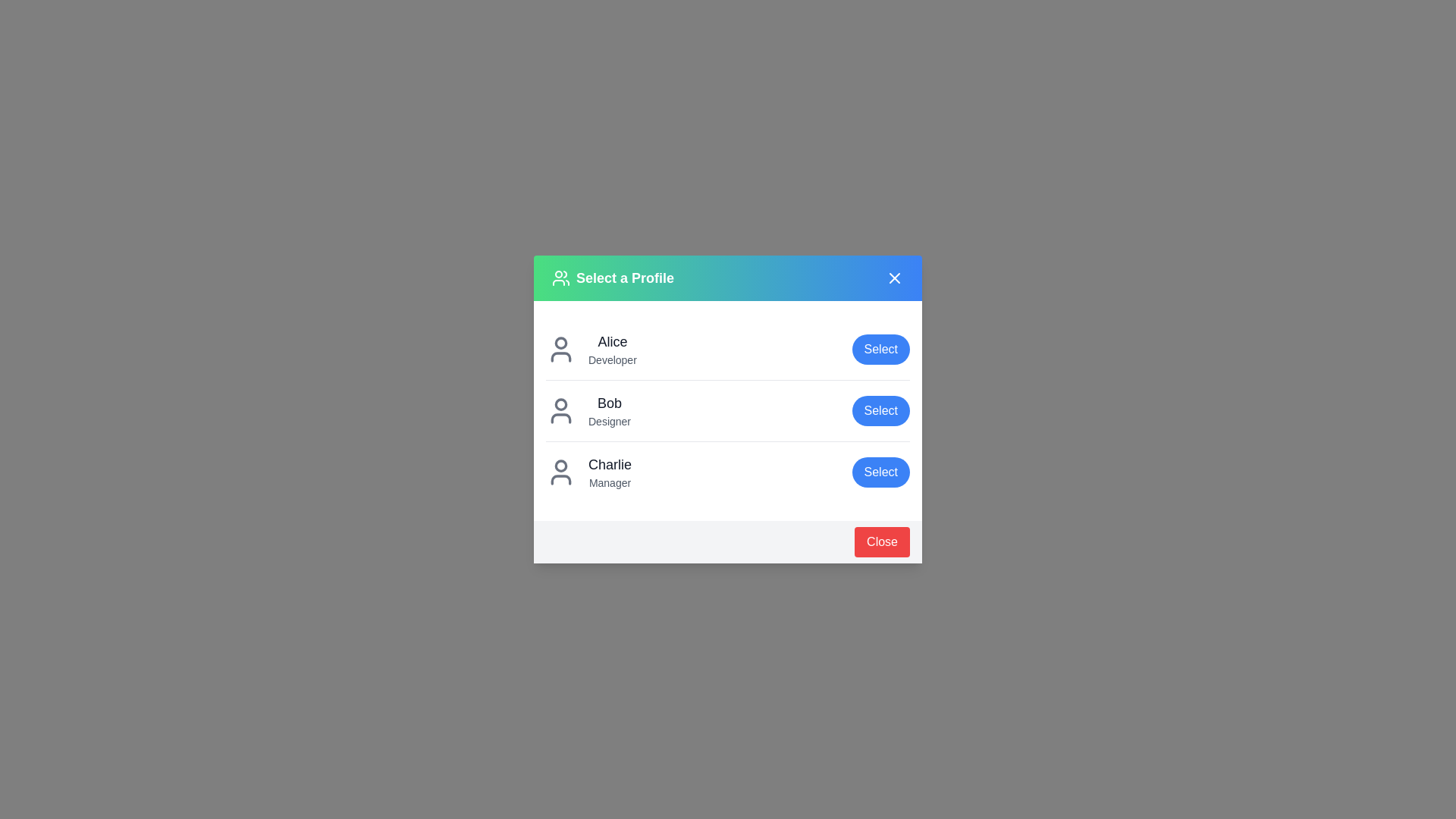  What do you see at coordinates (882, 541) in the screenshot?
I see `close button to hide the dialog` at bounding box center [882, 541].